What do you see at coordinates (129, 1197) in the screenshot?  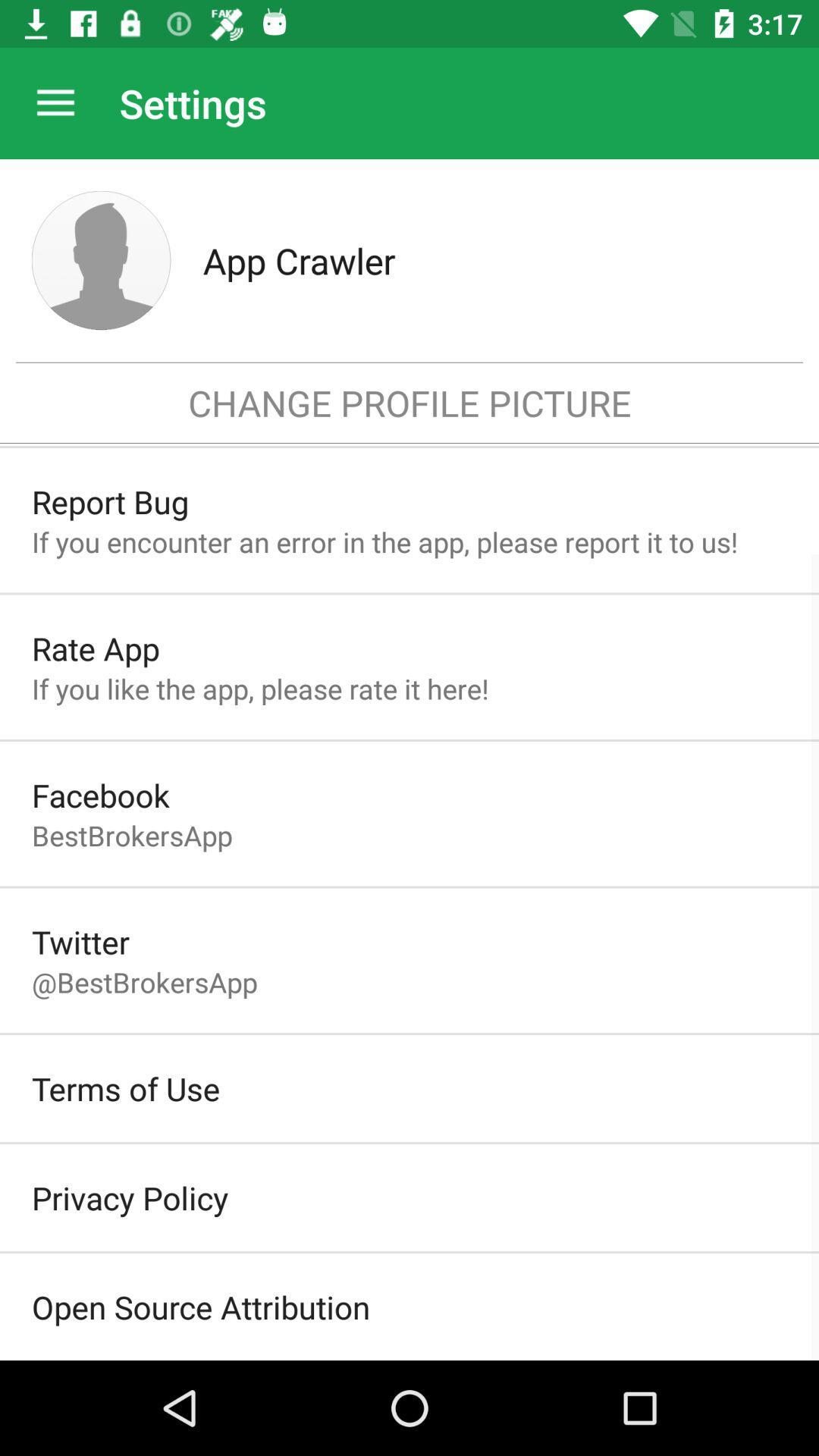 I see `the item below terms of use item` at bounding box center [129, 1197].